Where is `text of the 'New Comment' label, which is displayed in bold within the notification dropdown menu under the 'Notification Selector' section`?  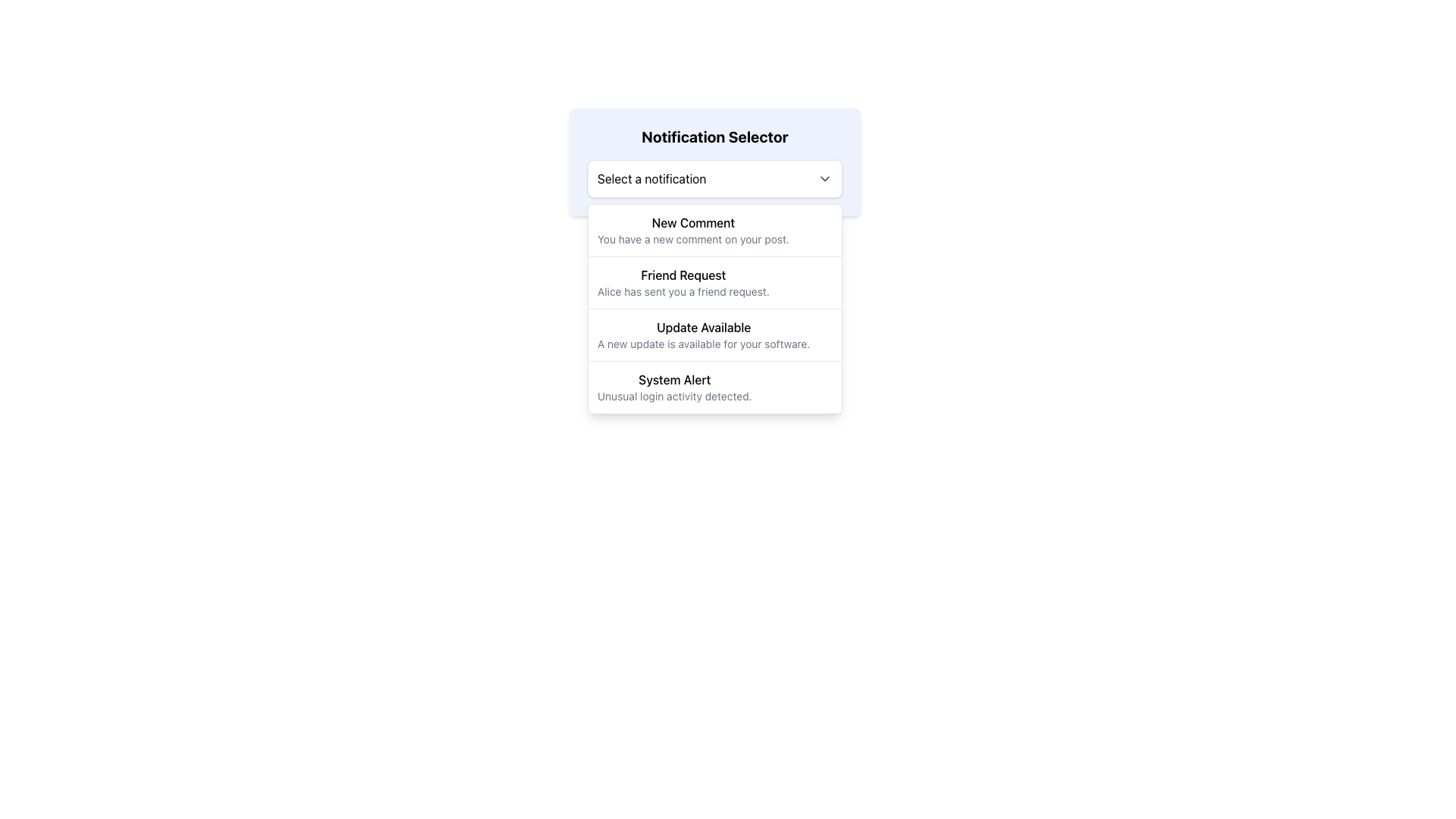
text of the 'New Comment' label, which is displayed in bold within the notification dropdown menu under the 'Notification Selector' section is located at coordinates (692, 222).